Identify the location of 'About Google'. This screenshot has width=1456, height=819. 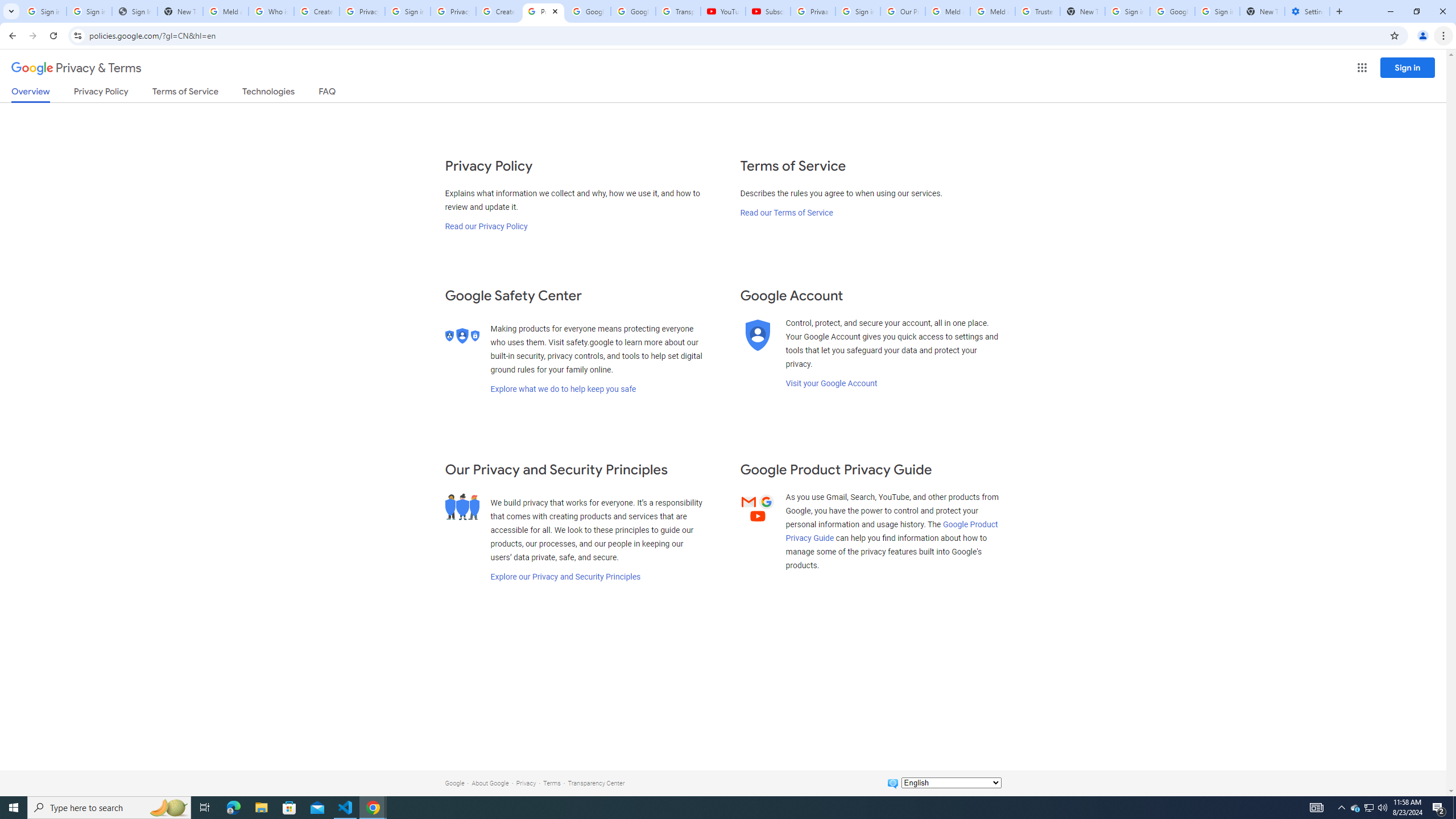
(490, 783).